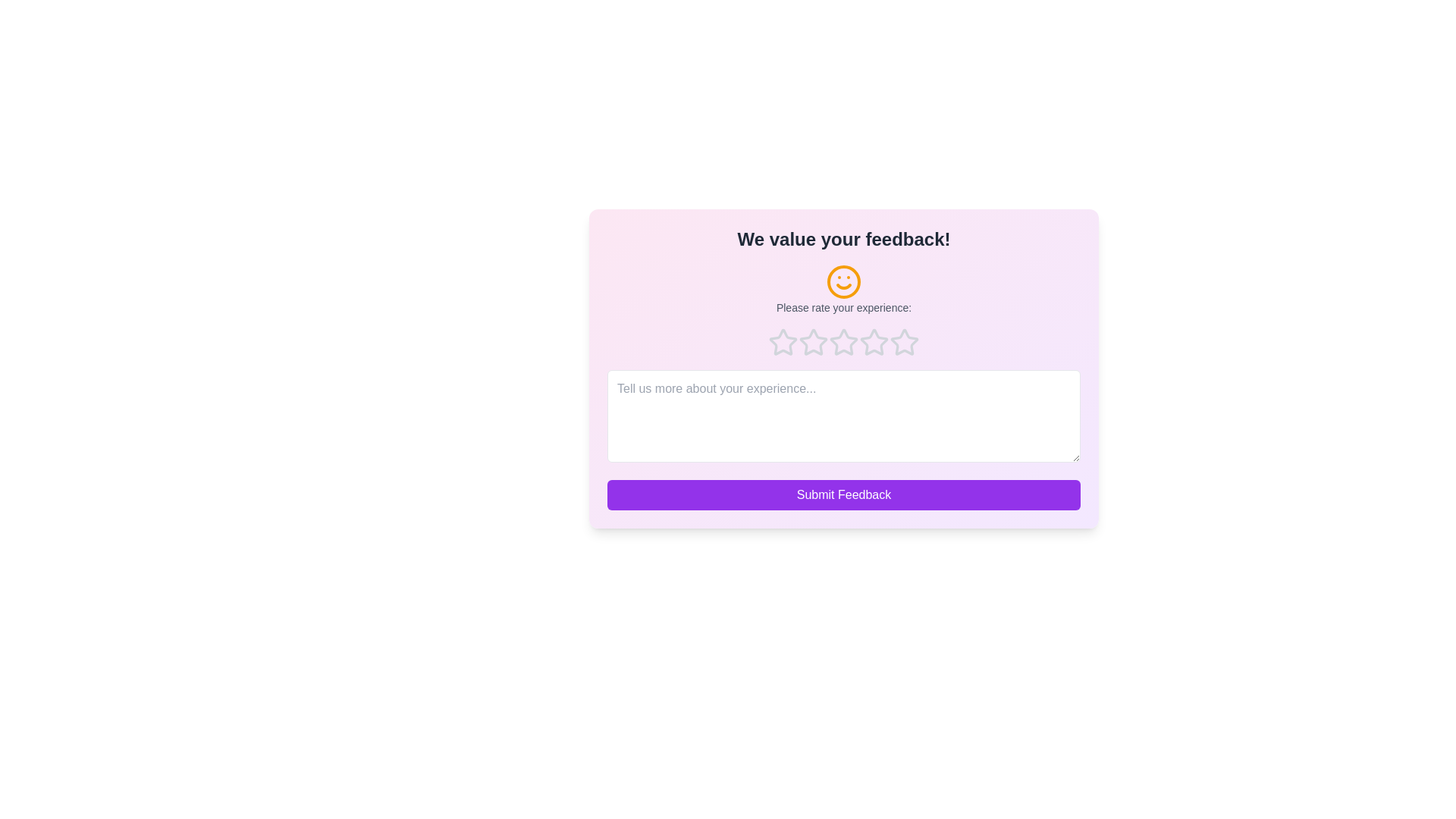 Image resolution: width=1456 pixels, height=819 pixels. What do you see at coordinates (874, 342) in the screenshot?
I see `the third star-shaped rating icon, which is gray and located below the heading 'Please rate your experience:'` at bounding box center [874, 342].